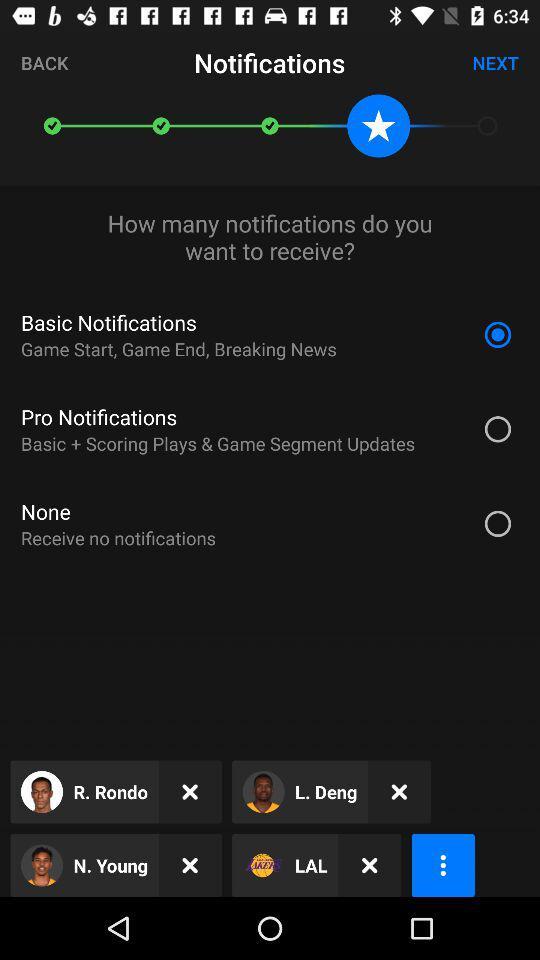 The width and height of the screenshot is (540, 960). Describe the element at coordinates (443, 864) in the screenshot. I see `options` at that location.